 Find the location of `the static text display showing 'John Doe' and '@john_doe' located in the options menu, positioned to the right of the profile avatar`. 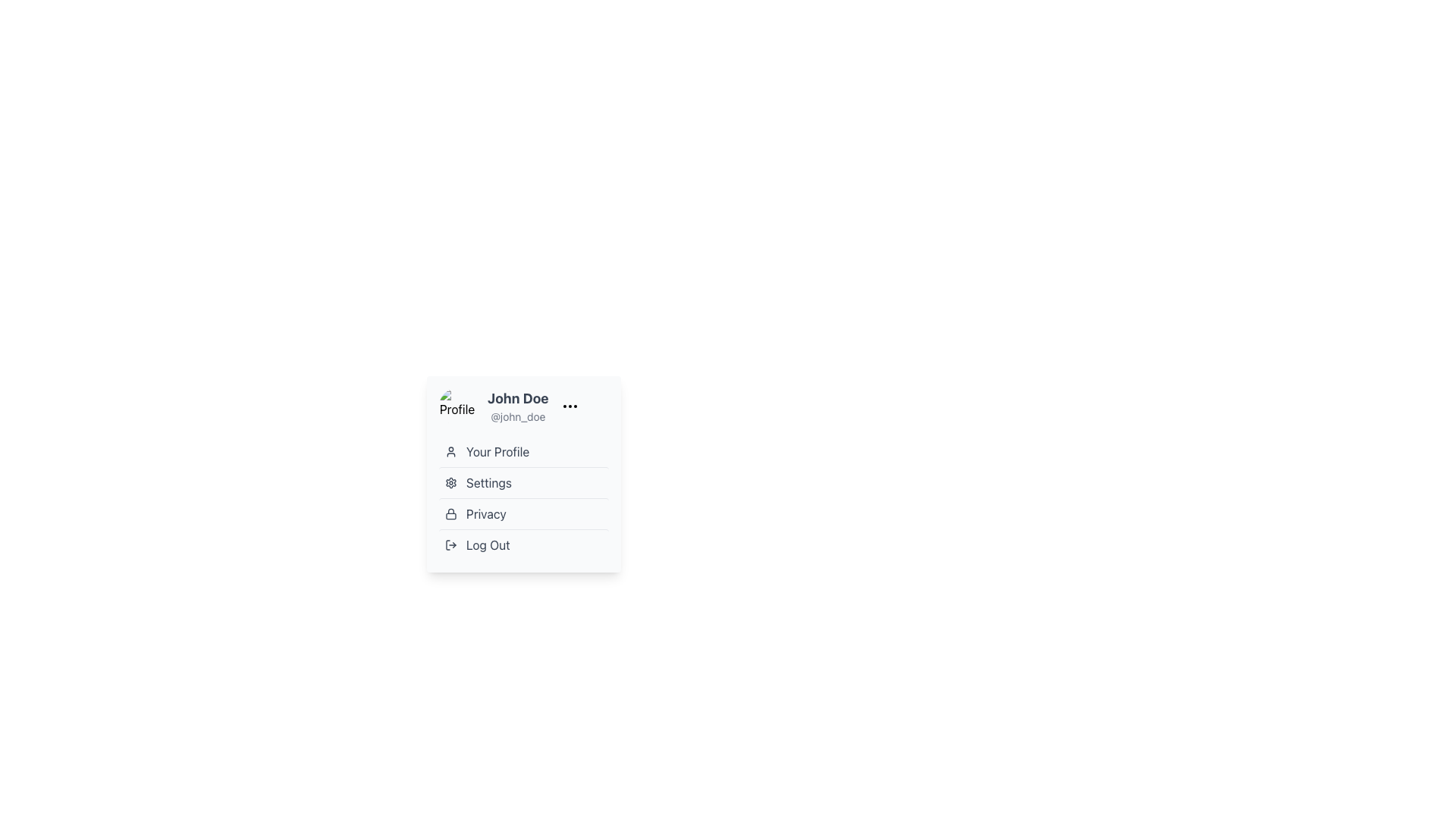

the static text display showing 'John Doe' and '@john_doe' located in the options menu, positioned to the right of the profile avatar is located at coordinates (518, 406).